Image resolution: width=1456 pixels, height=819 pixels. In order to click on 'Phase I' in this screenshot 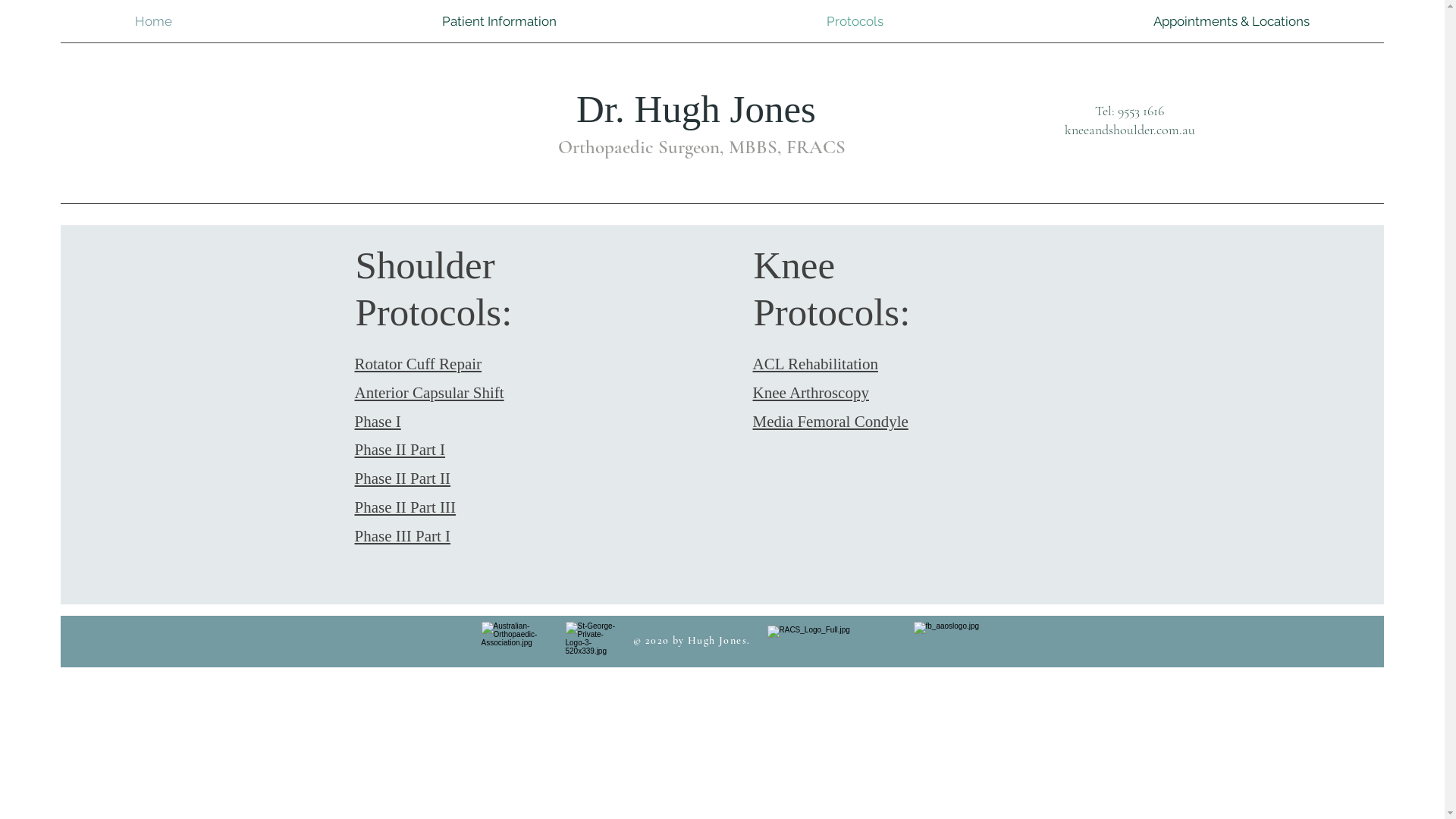, I will do `click(378, 421)`.